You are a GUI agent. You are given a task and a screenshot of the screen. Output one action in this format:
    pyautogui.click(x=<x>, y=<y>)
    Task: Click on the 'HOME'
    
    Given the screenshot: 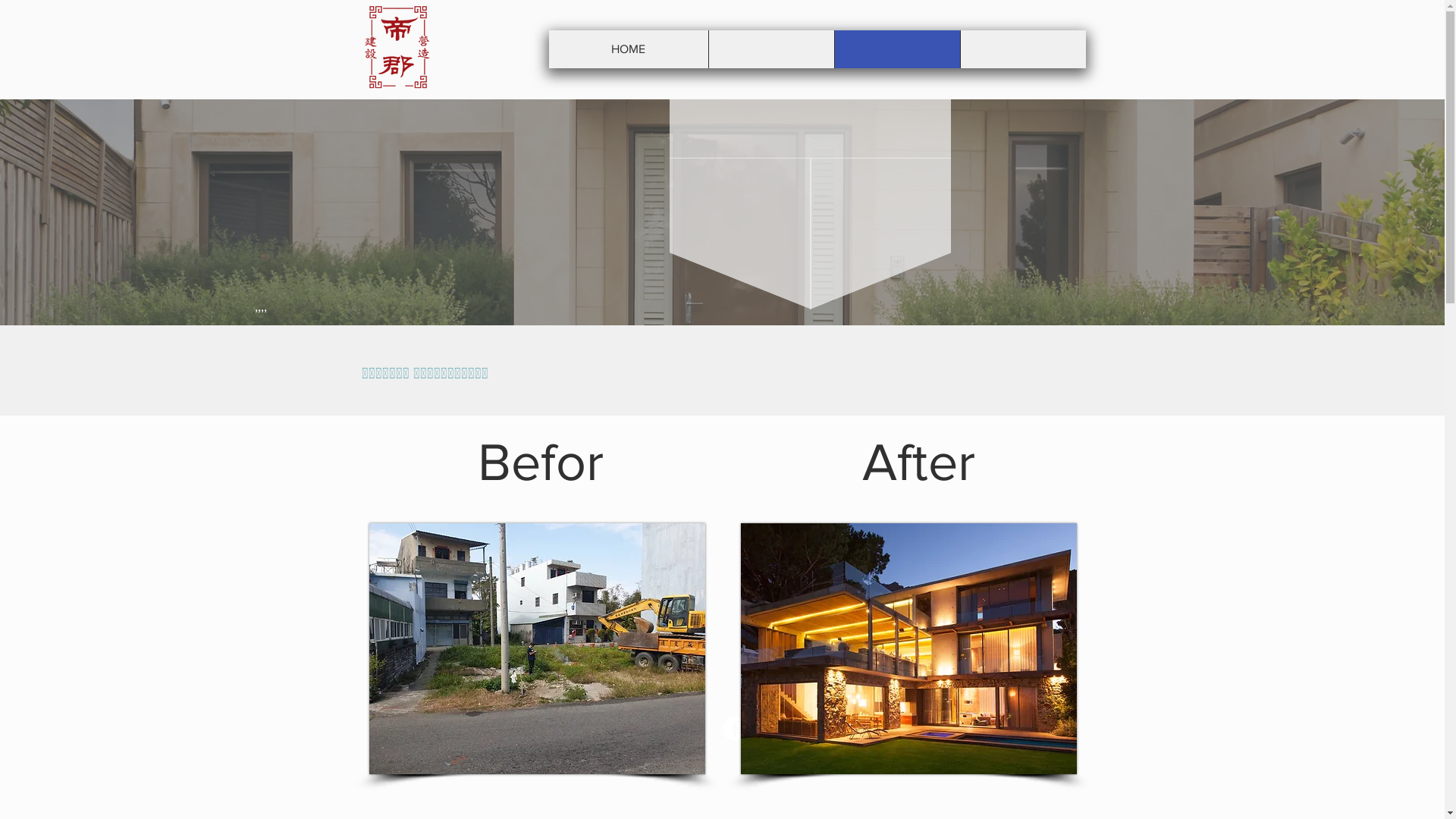 What is the action you would take?
    pyautogui.click(x=629, y=49)
    